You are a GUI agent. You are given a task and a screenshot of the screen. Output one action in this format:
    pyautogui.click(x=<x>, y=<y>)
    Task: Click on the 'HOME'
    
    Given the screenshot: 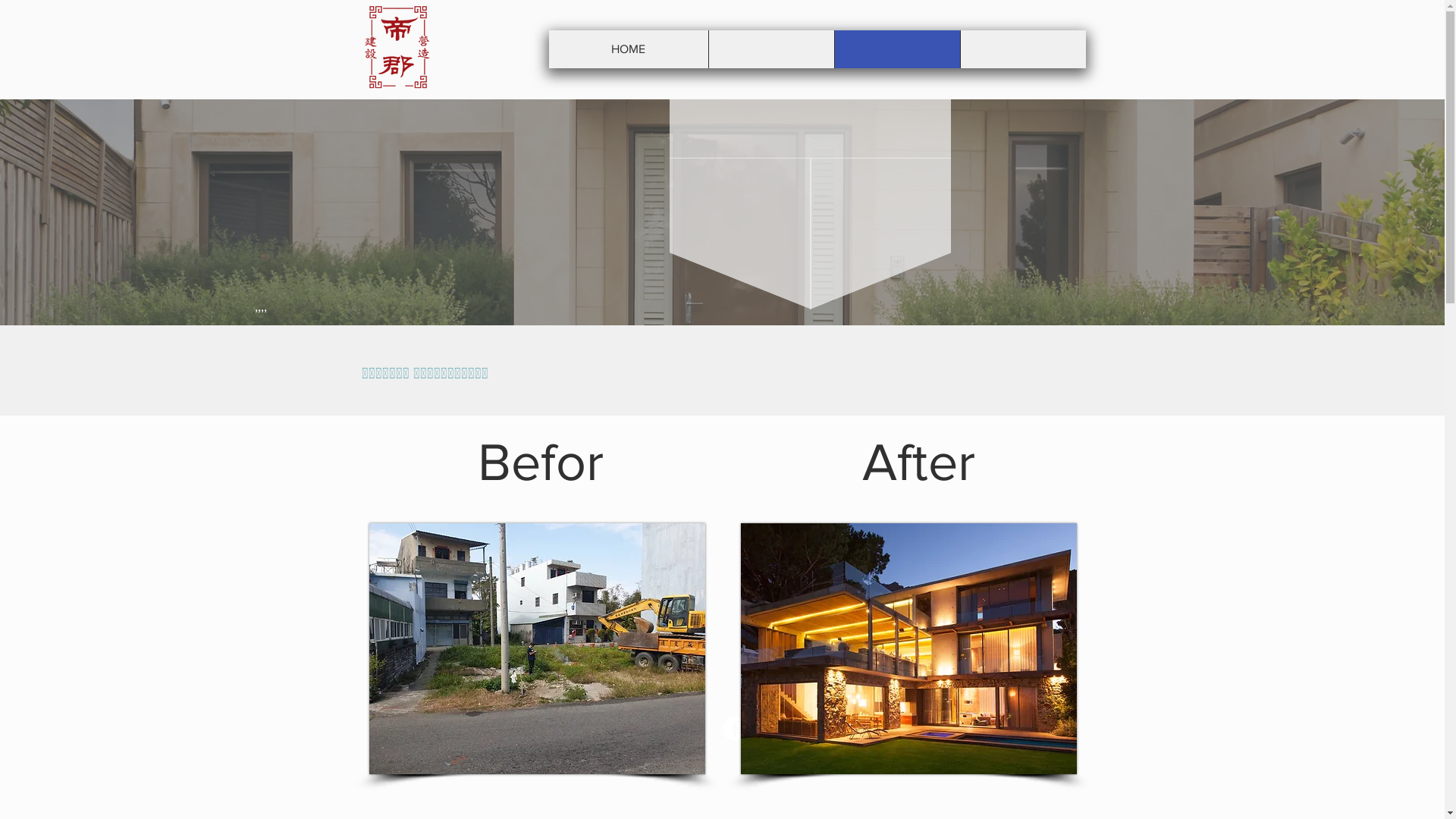 What is the action you would take?
    pyautogui.click(x=629, y=49)
    